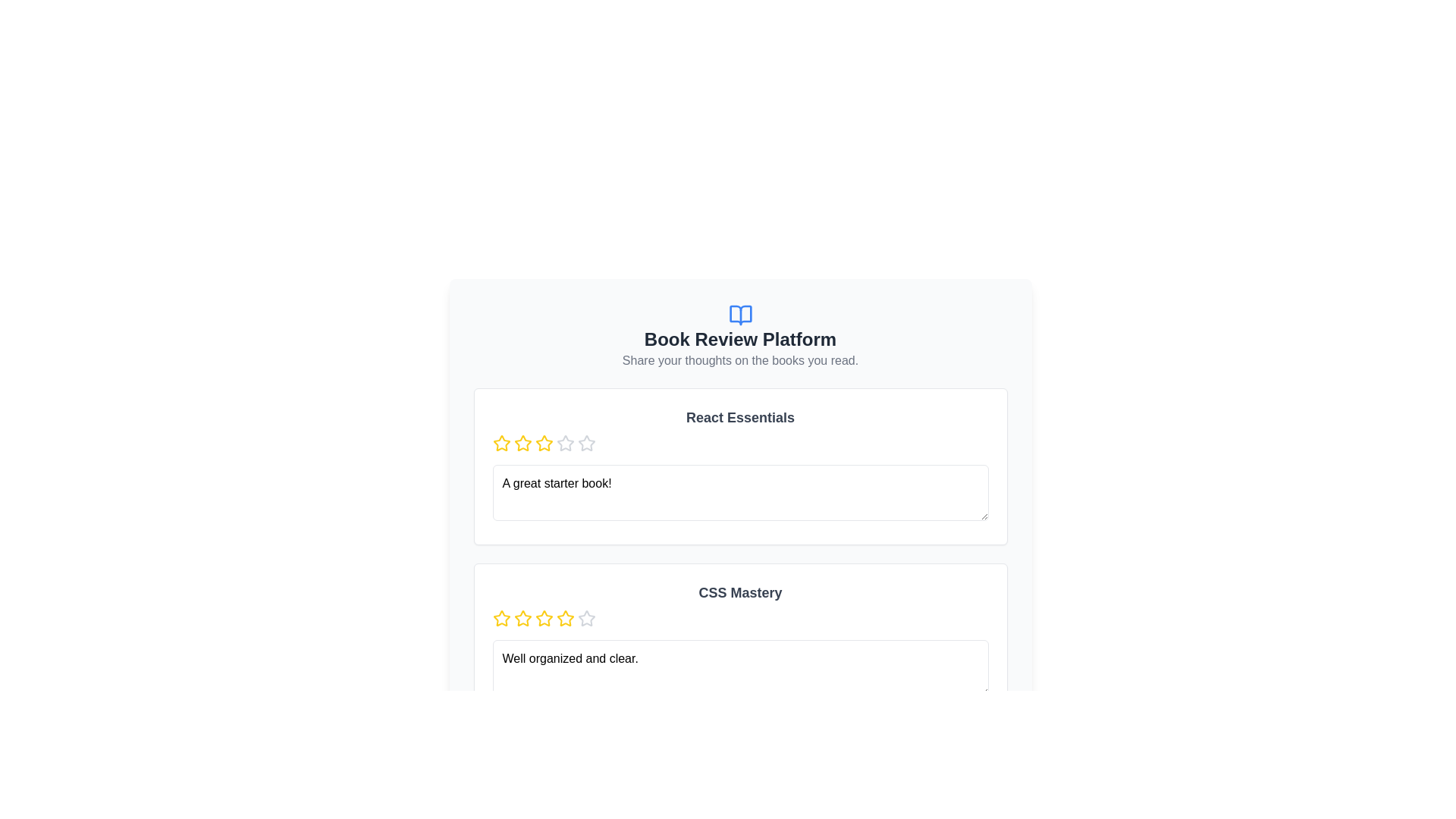 The width and height of the screenshot is (1456, 819). What do you see at coordinates (740, 360) in the screenshot?
I see `the text label that reads 'Share your thoughts on the books you read.', which is styled in gray and positioned below the title 'Book Review Platform'` at bounding box center [740, 360].